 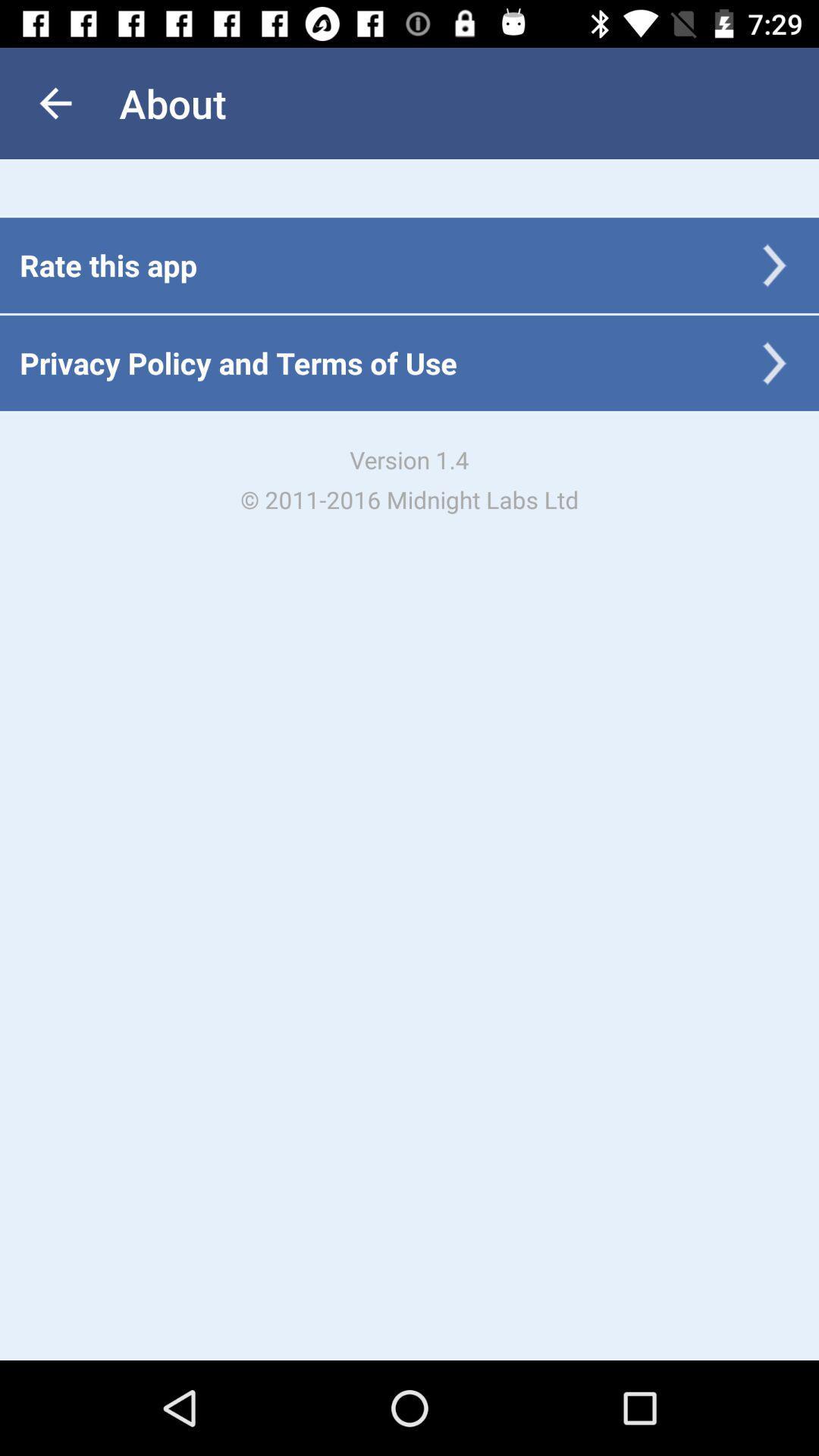 I want to click on item to the left of about, so click(x=55, y=102).